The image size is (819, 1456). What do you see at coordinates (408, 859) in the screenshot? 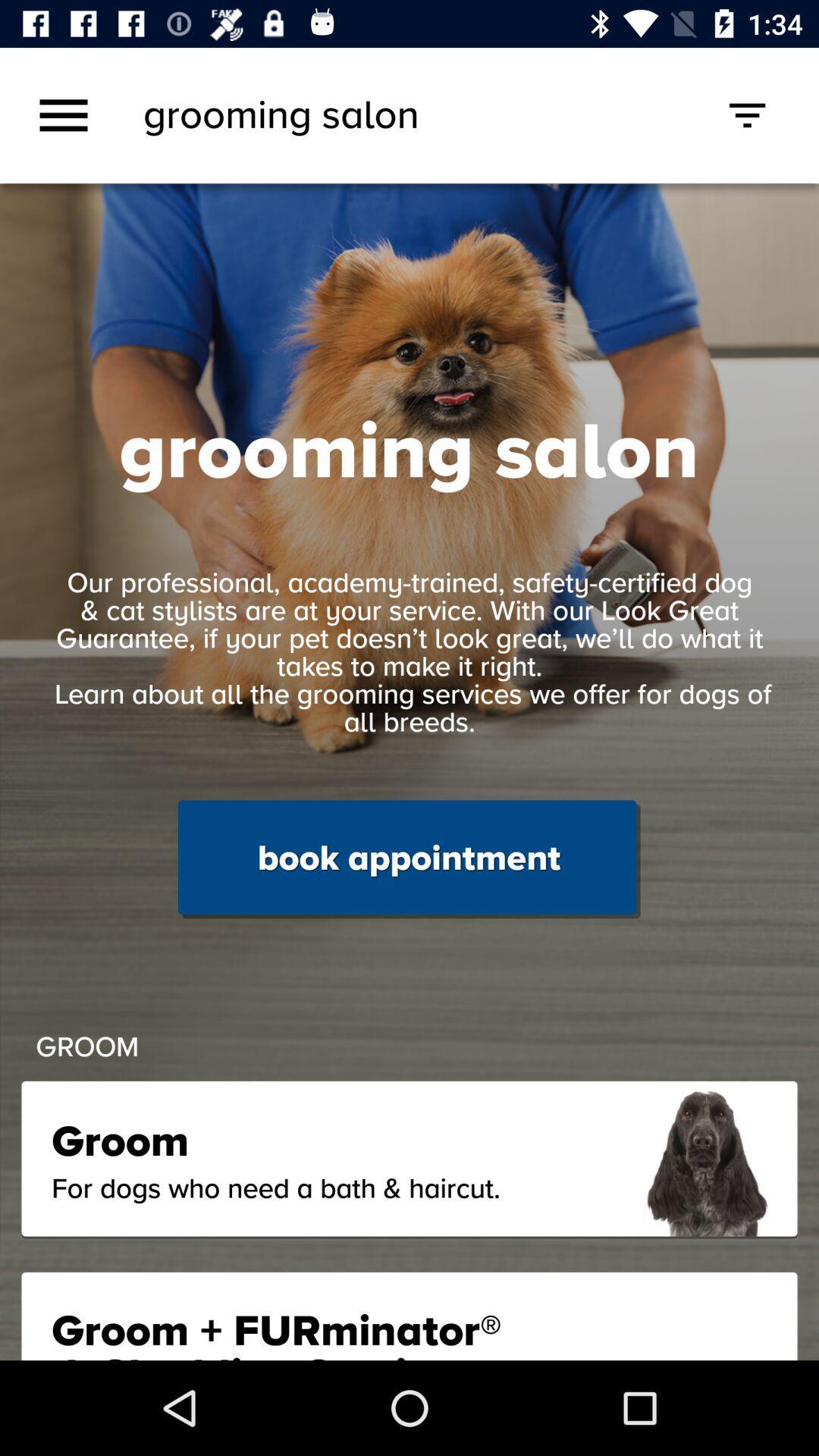
I see `the book appointment` at bounding box center [408, 859].